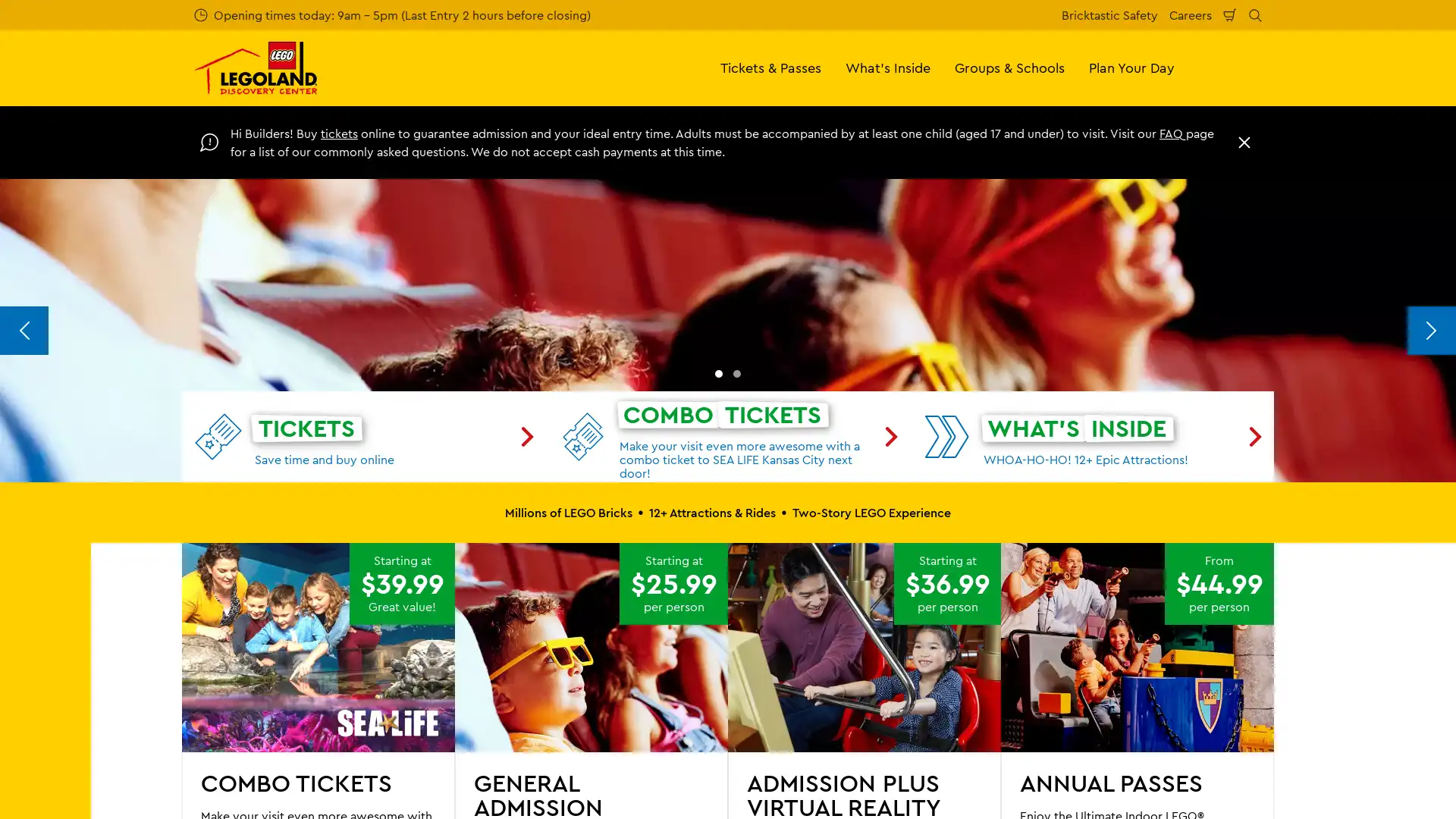  I want to click on Search, so click(1255, 14).